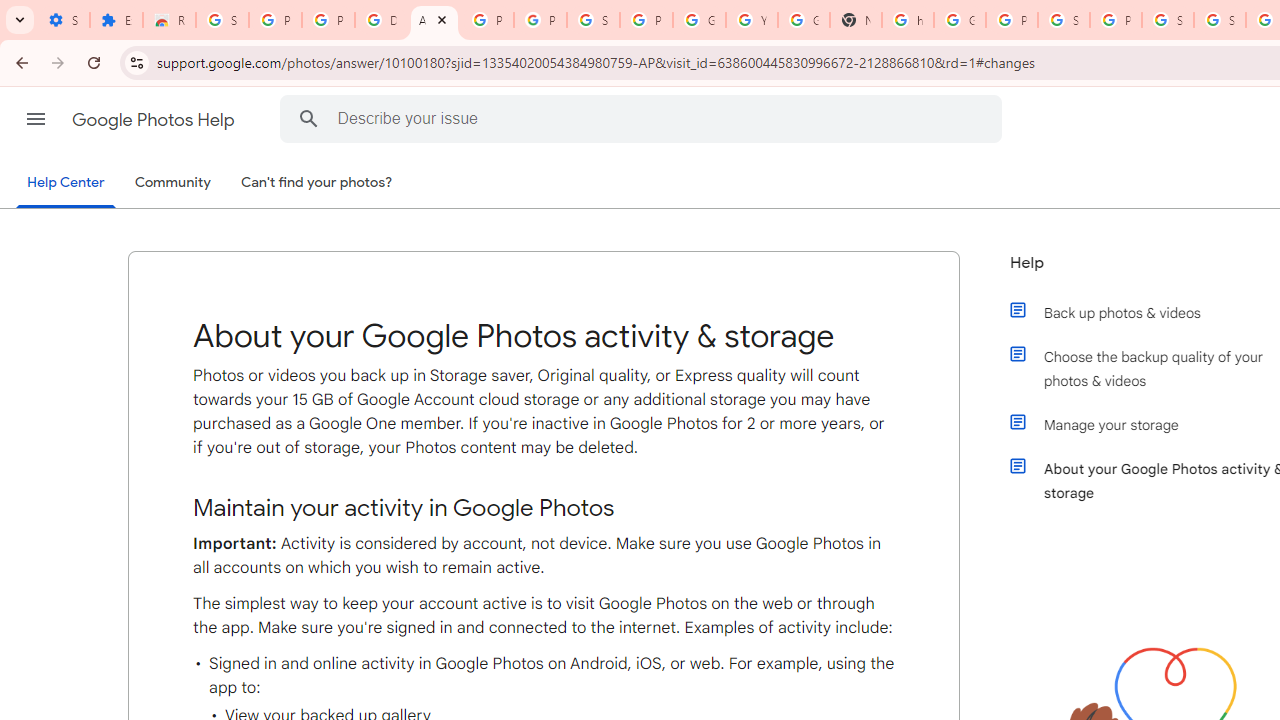 The width and height of the screenshot is (1280, 720). What do you see at coordinates (751, 20) in the screenshot?
I see `'YouTube'` at bounding box center [751, 20].